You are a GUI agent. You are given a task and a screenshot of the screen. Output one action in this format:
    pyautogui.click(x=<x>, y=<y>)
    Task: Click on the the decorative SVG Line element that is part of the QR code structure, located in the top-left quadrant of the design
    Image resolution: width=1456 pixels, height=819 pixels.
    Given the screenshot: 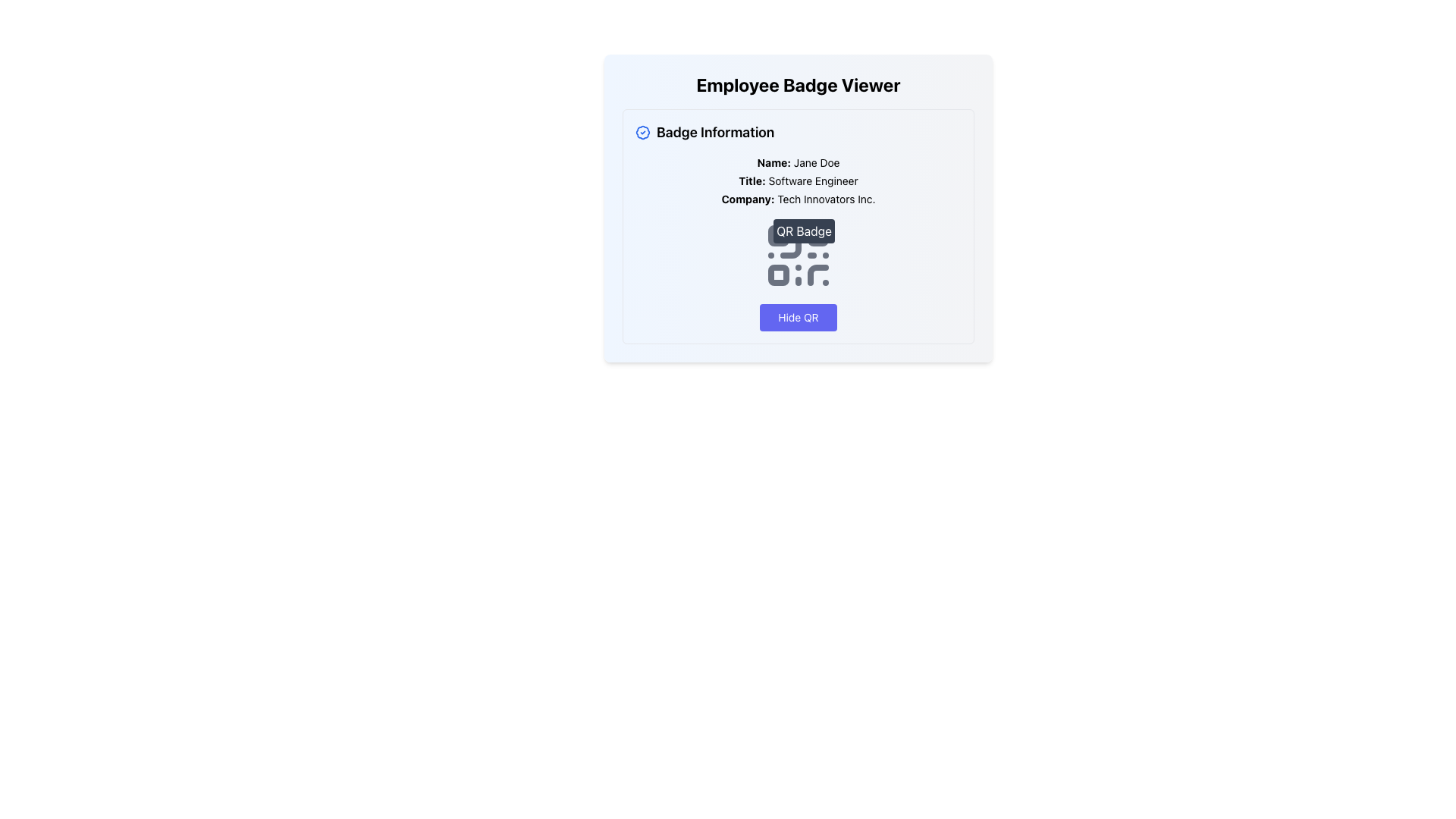 What is the action you would take?
    pyautogui.click(x=789, y=247)
    